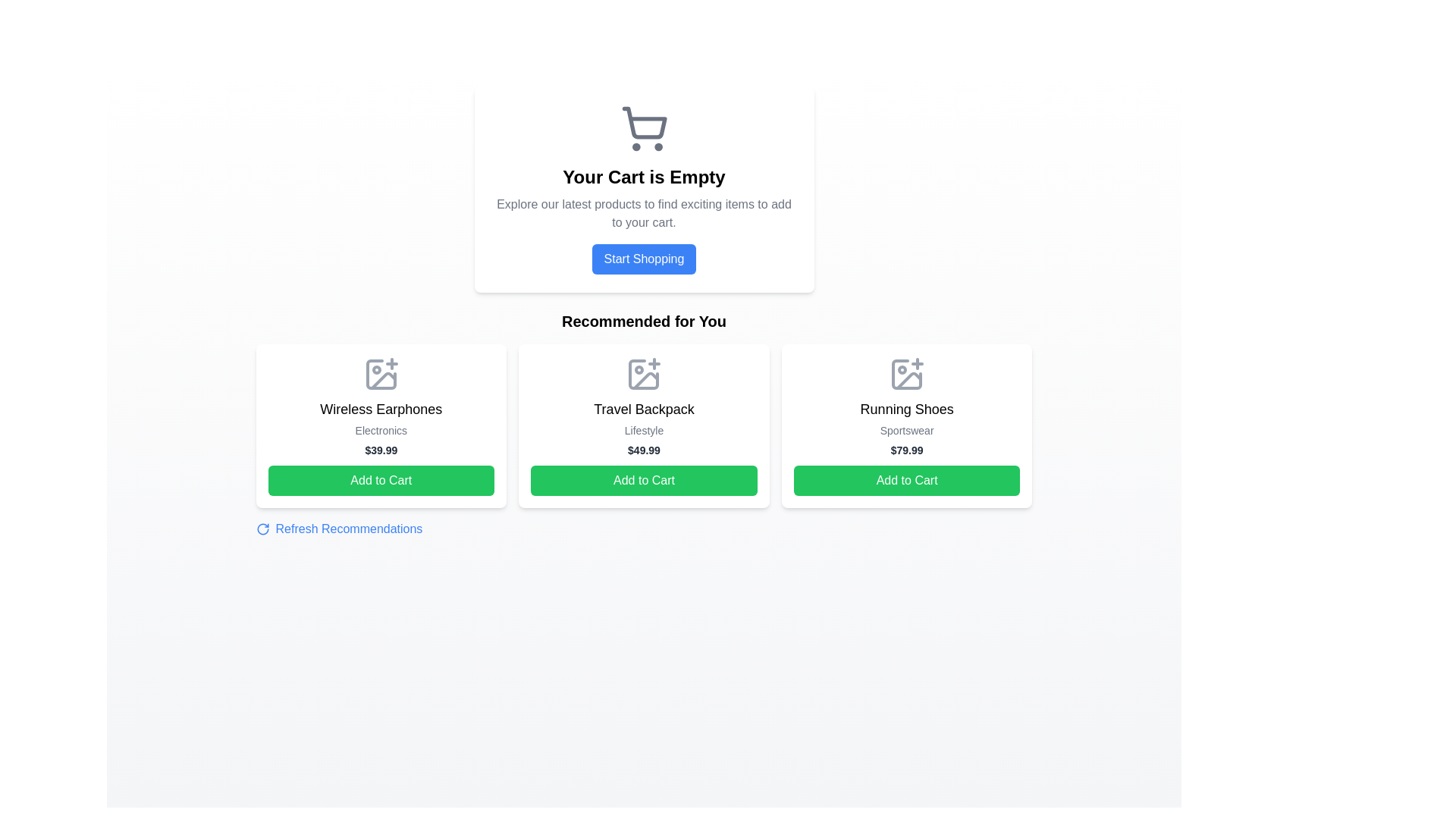 Image resolution: width=1456 pixels, height=819 pixels. What do you see at coordinates (644, 450) in the screenshot?
I see `the price text label for the 'Travel Backpack' item located in the second recommendation card under the 'Recommended for You' section, which is positioned below the 'Lifestyle' category label and above the 'Add to Cart' button` at bounding box center [644, 450].